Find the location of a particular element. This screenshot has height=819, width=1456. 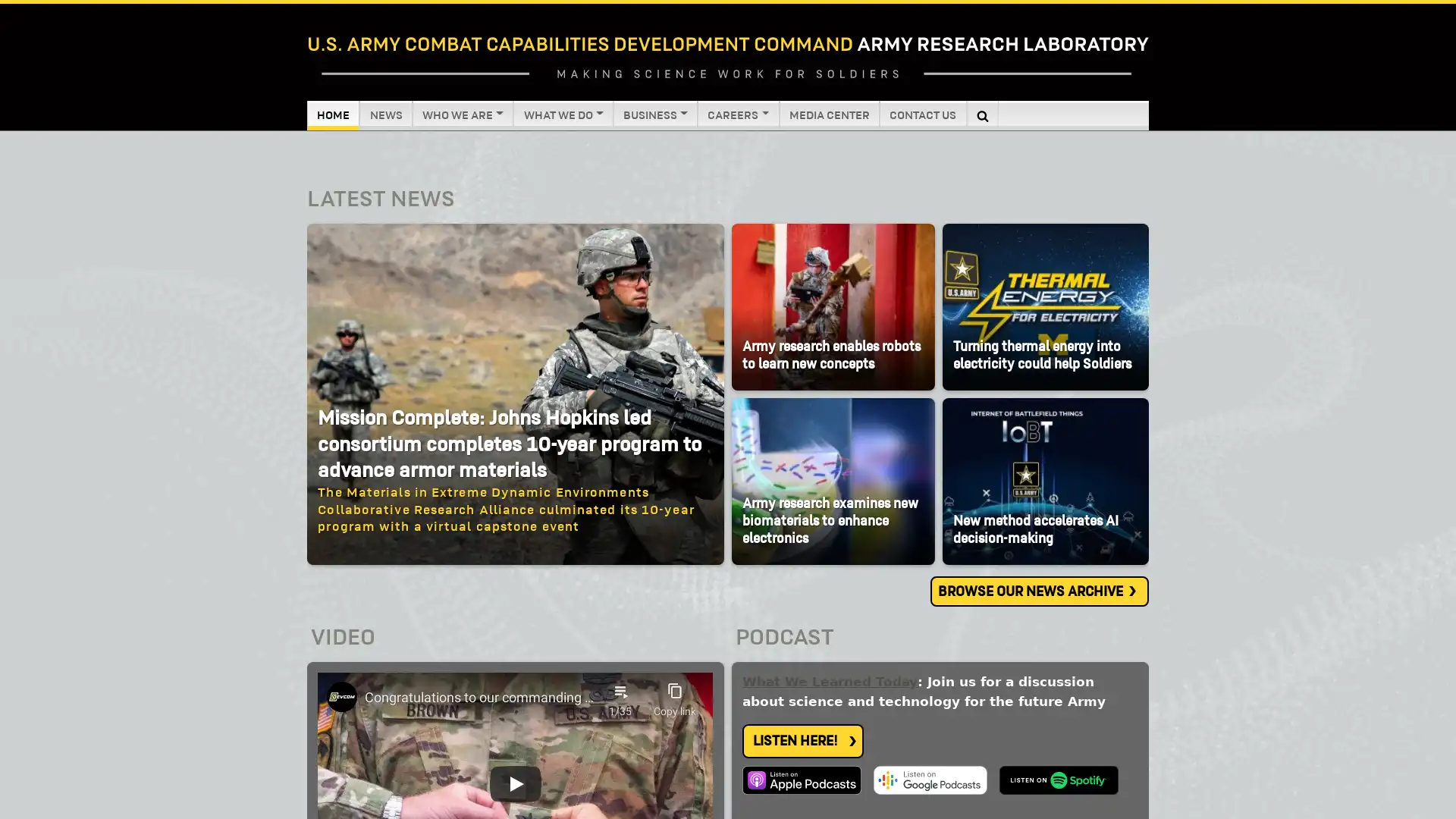

CONTACT US is located at coordinates (922, 115).